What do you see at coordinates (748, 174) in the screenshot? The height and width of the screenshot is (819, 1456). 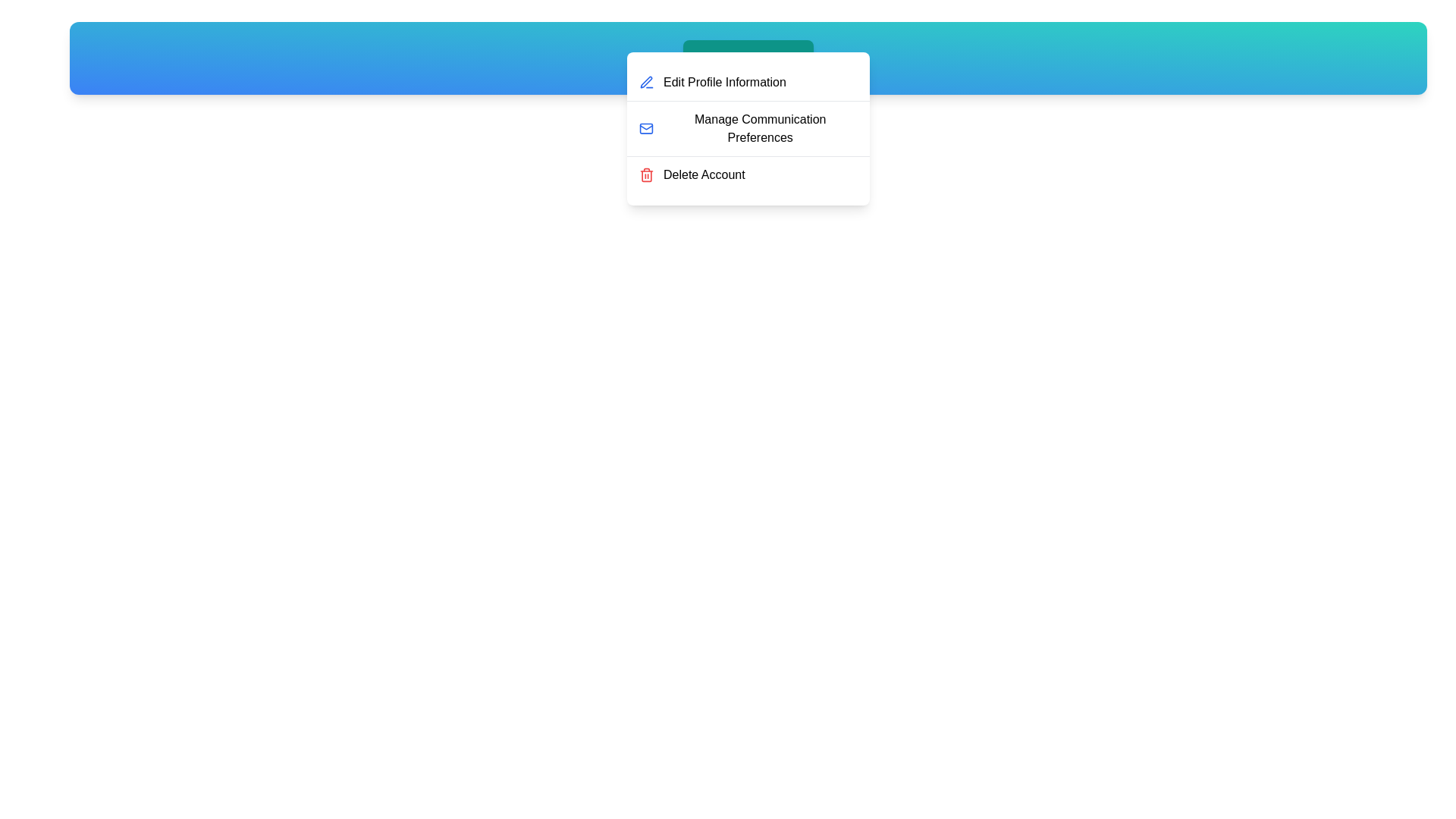 I see `the menu item Delete Account to highlight it` at bounding box center [748, 174].